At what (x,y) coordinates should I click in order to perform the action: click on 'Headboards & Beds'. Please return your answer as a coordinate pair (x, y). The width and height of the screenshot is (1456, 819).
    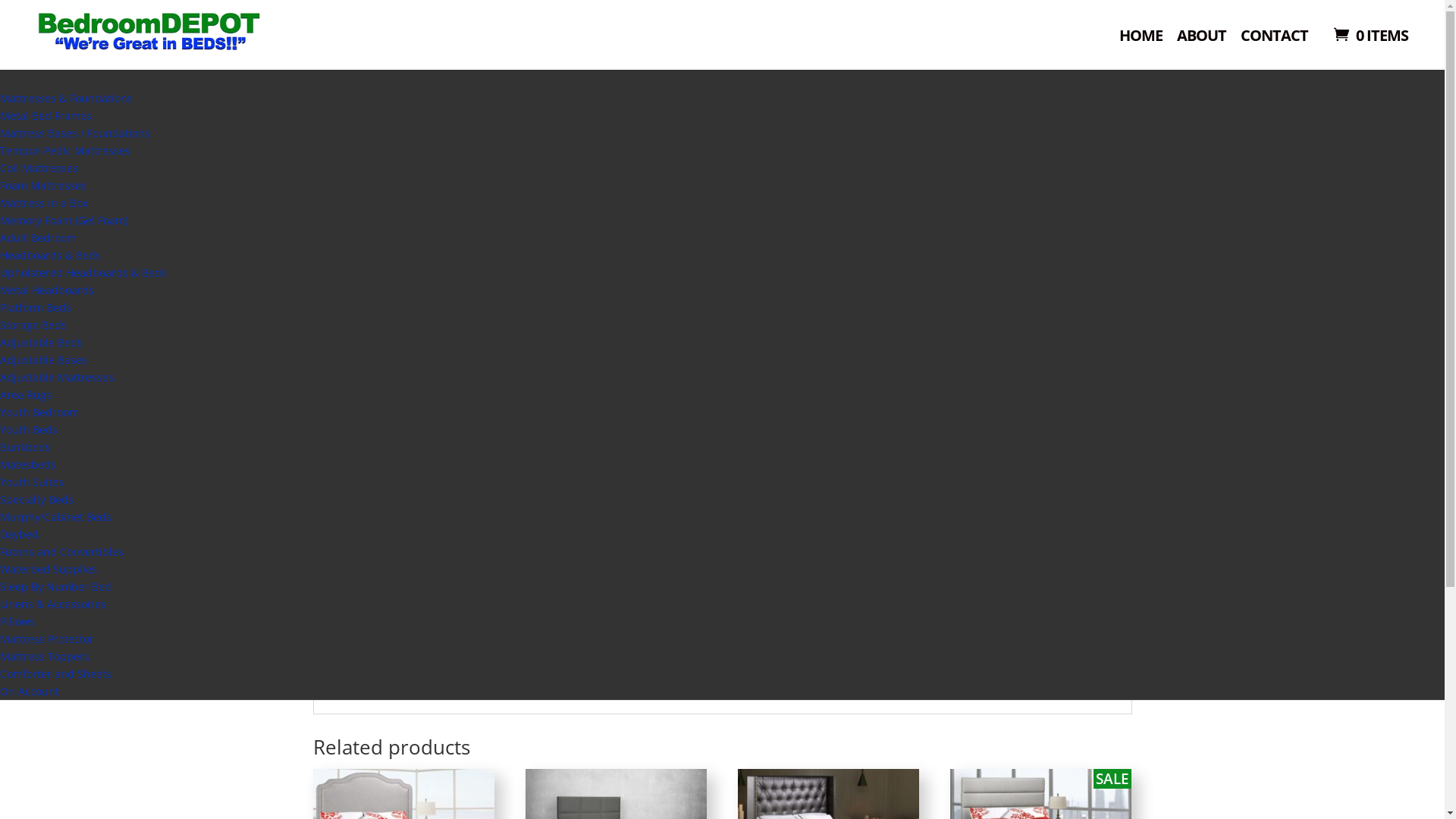
    Looking at the image, I should click on (50, 254).